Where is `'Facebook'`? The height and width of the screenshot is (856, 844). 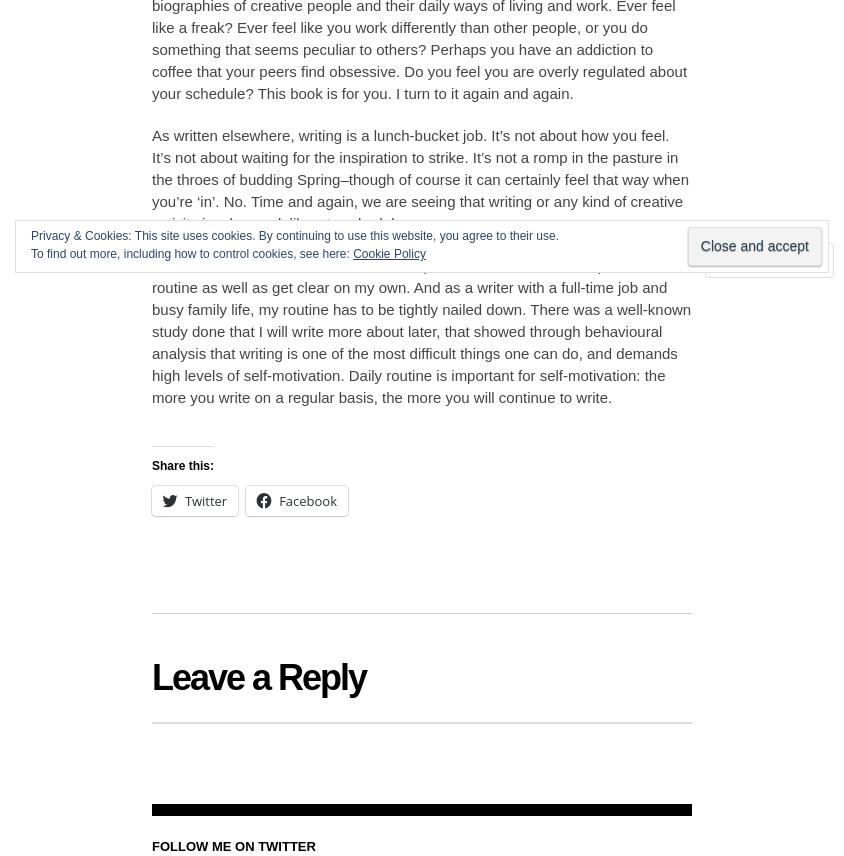
'Facebook' is located at coordinates (306, 498).